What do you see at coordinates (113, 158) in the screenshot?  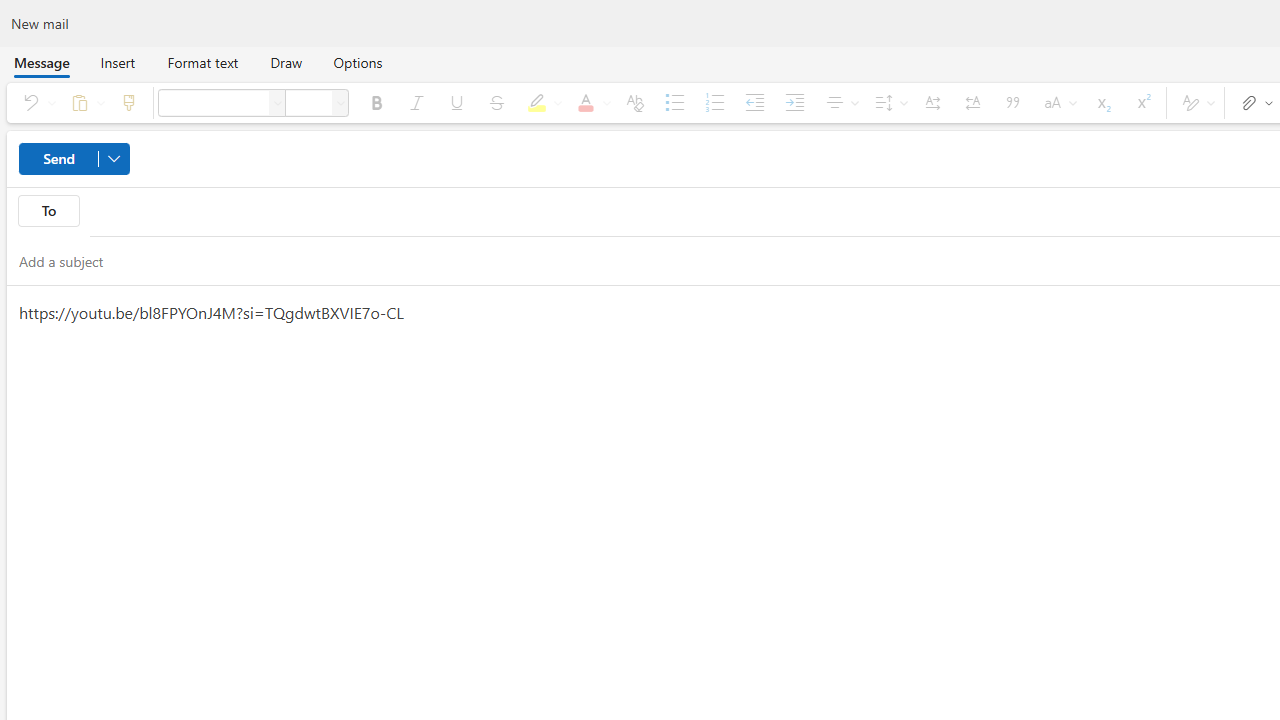 I see `'More send options'` at bounding box center [113, 158].